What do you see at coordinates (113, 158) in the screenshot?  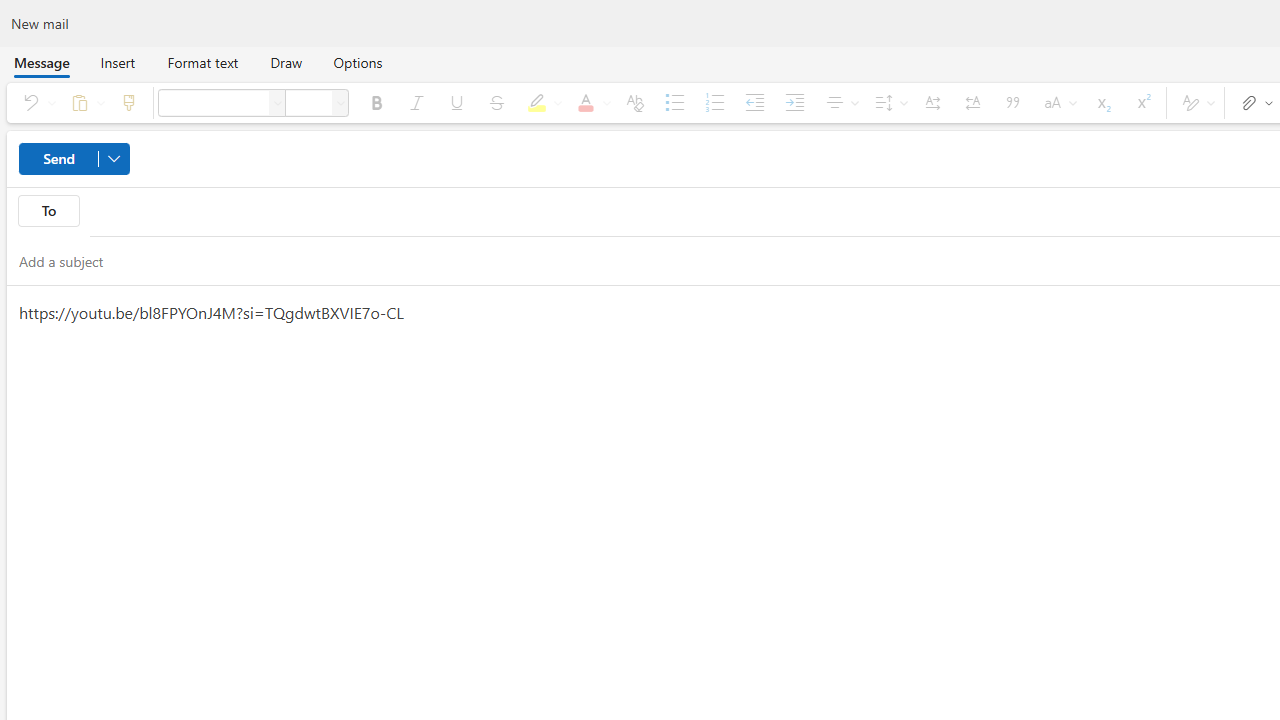 I see `'More send options'` at bounding box center [113, 158].